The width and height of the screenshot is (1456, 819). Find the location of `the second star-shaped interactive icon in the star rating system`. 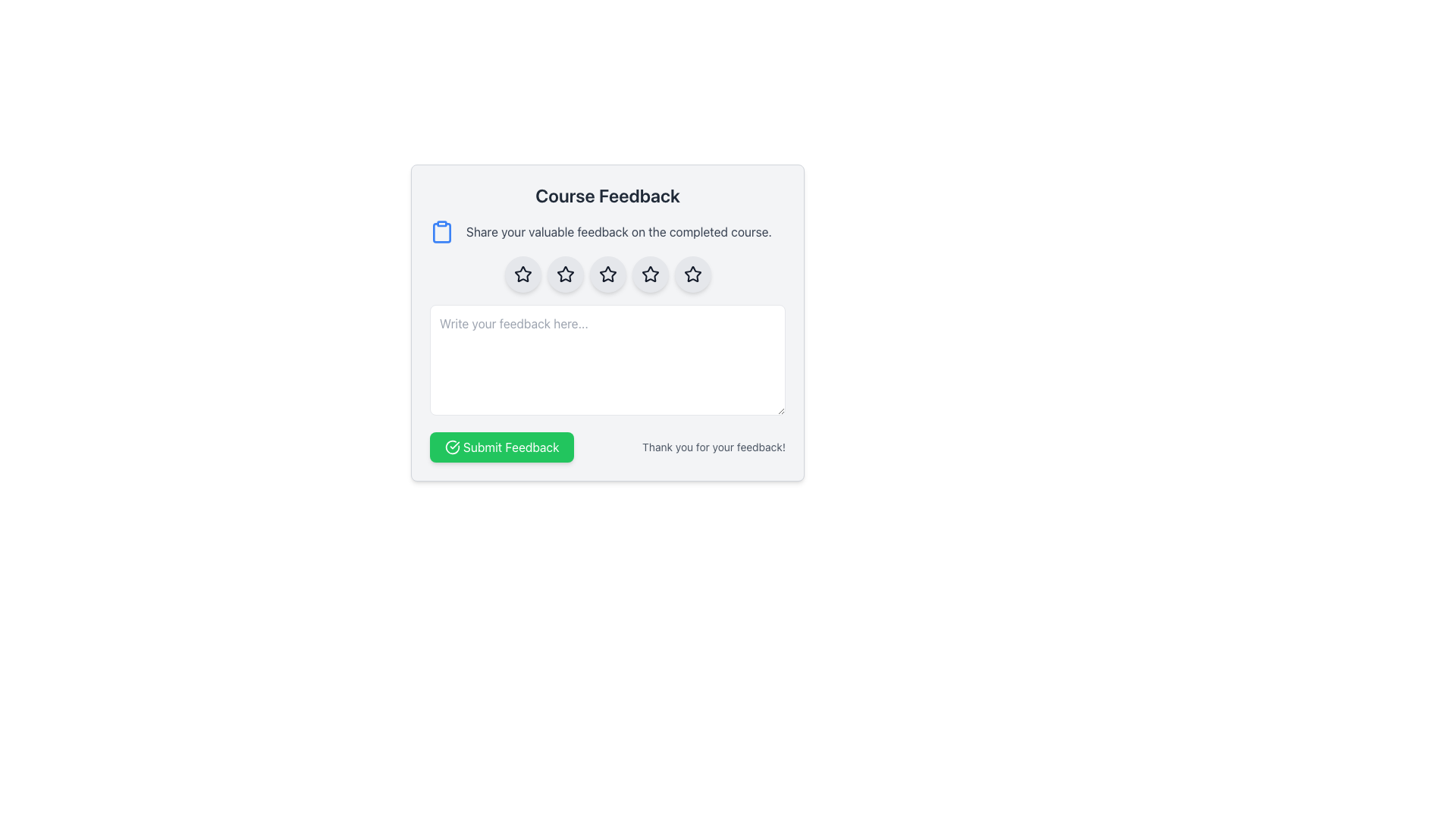

the second star-shaped interactive icon in the star rating system is located at coordinates (522, 275).